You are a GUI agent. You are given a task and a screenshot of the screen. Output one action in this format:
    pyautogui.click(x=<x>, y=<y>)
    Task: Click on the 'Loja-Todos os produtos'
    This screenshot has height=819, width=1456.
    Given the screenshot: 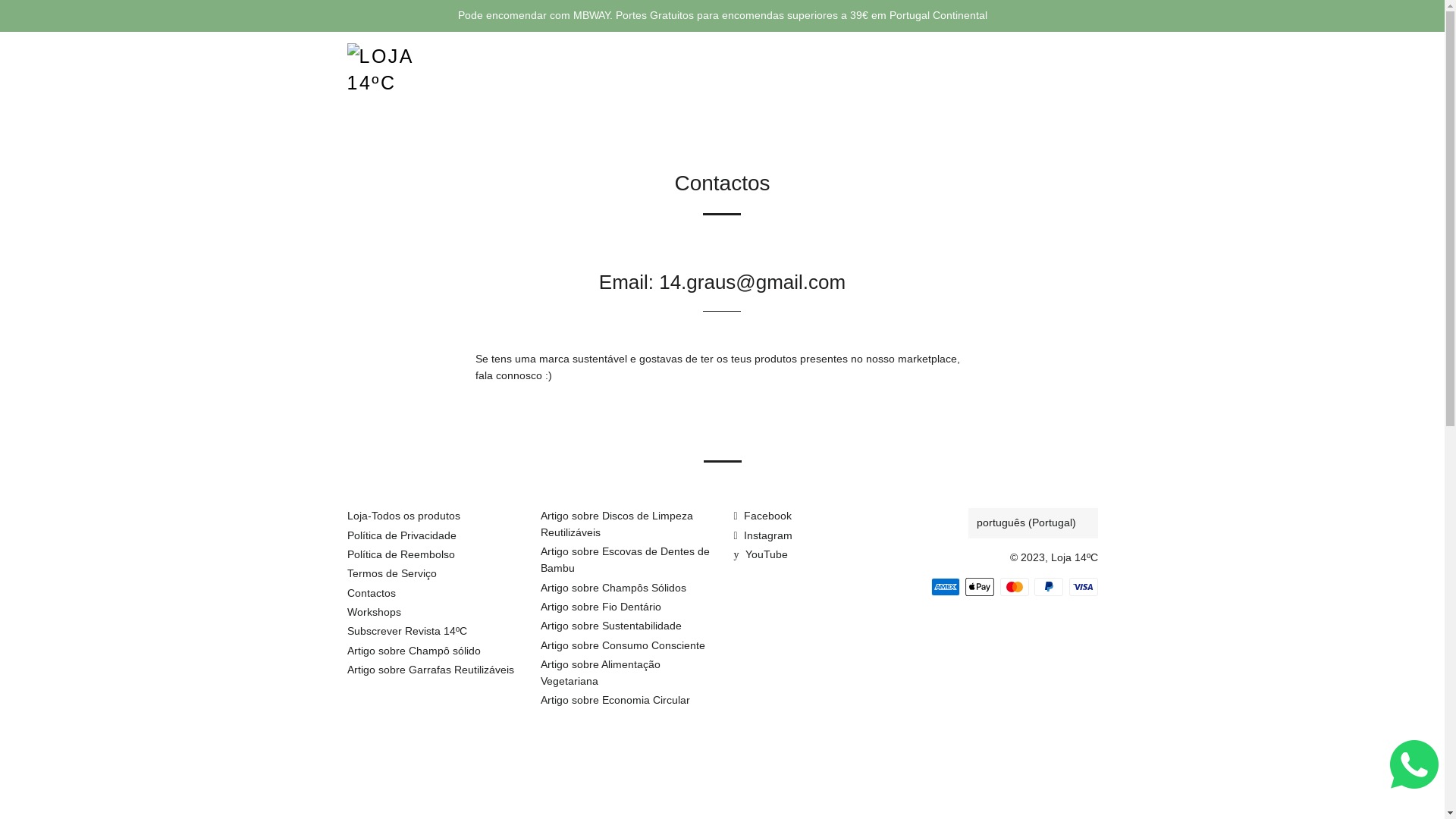 What is the action you would take?
    pyautogui.click(x=403, y=514)
    